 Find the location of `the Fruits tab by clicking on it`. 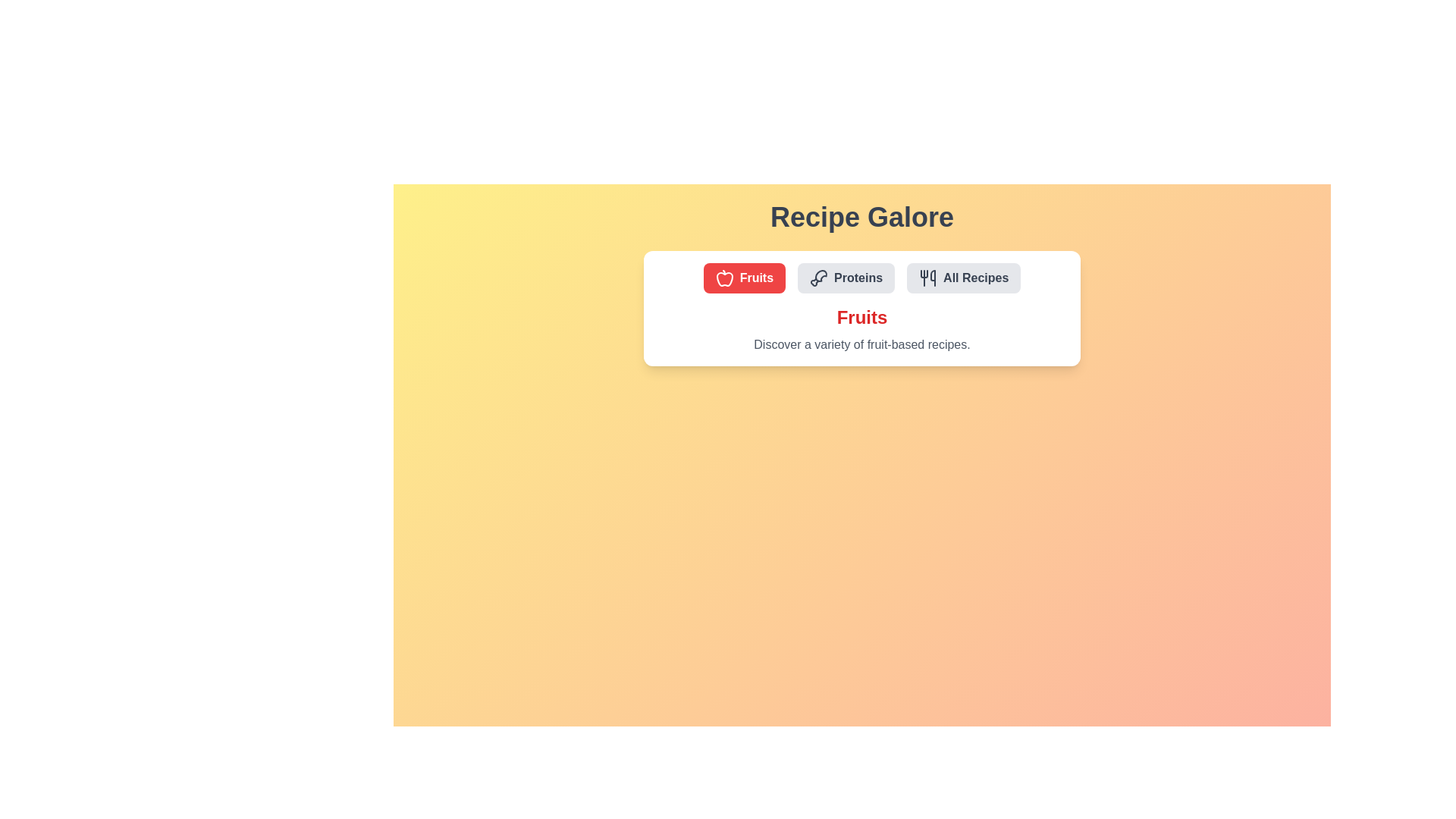

the Fruits tab by clicking on it is located at coordinates (744, 278).